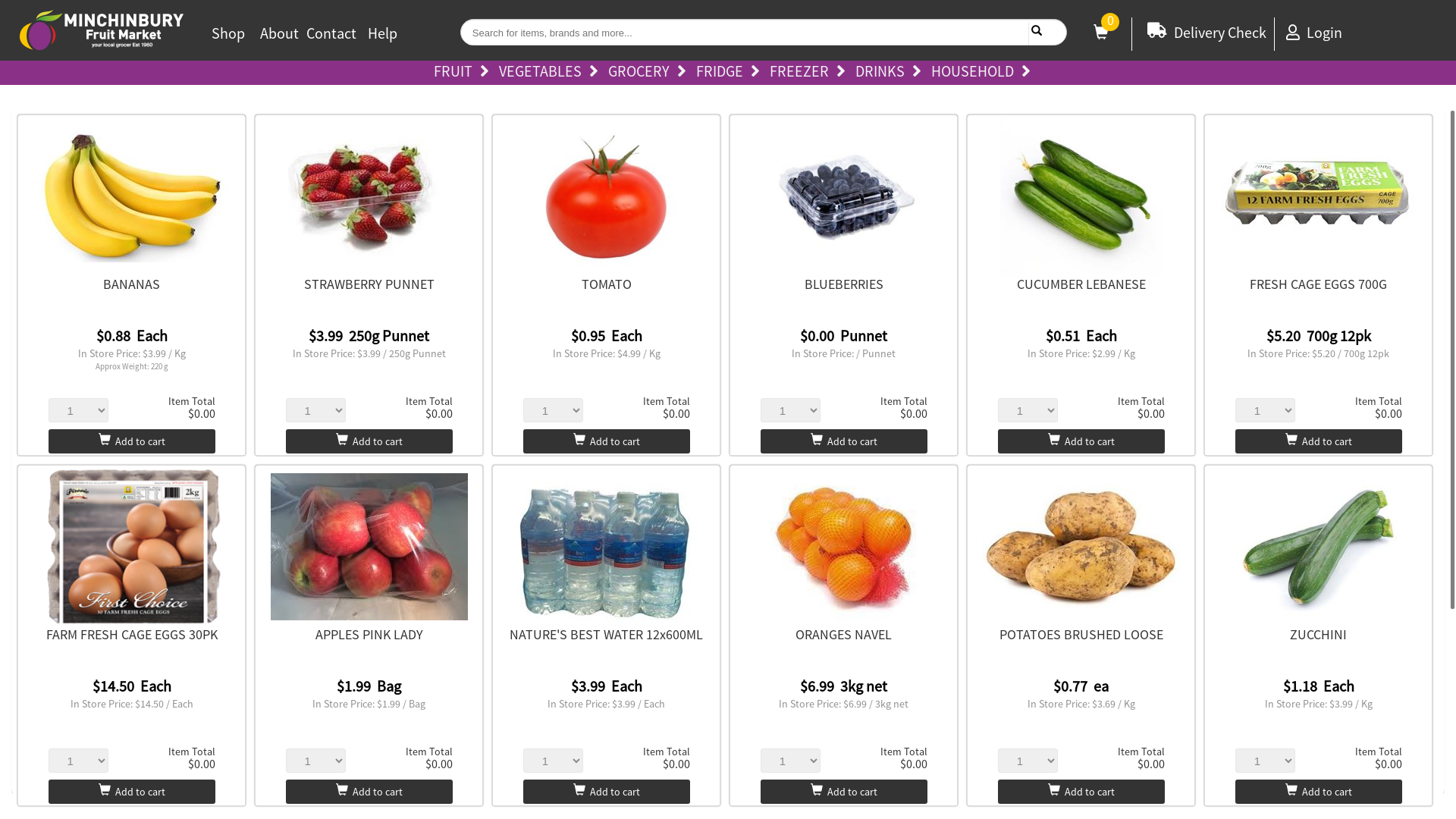  What do you see at coordinates (892, 72) in the screenshot?
I see `'DRINKS'` at bounding box center [892, 72].